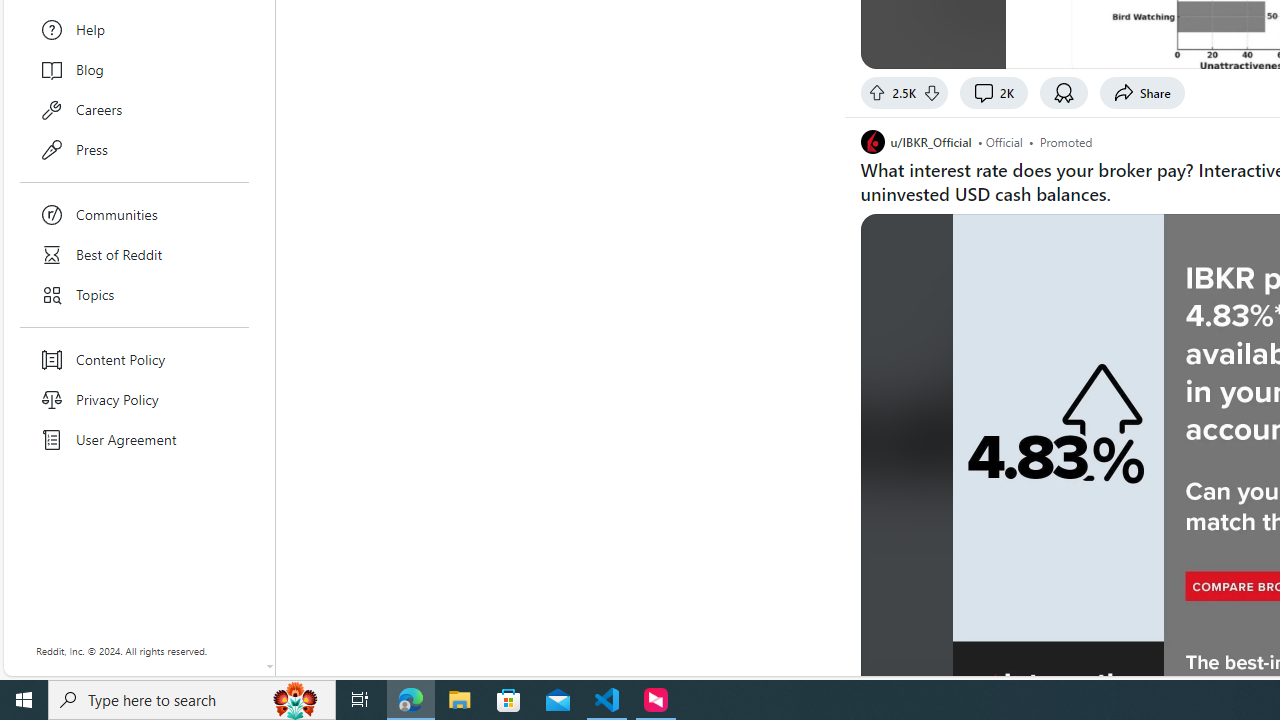  Describe the element at coordinates (994, 92) in the screenshot. I see `'2K comments'` at that location.